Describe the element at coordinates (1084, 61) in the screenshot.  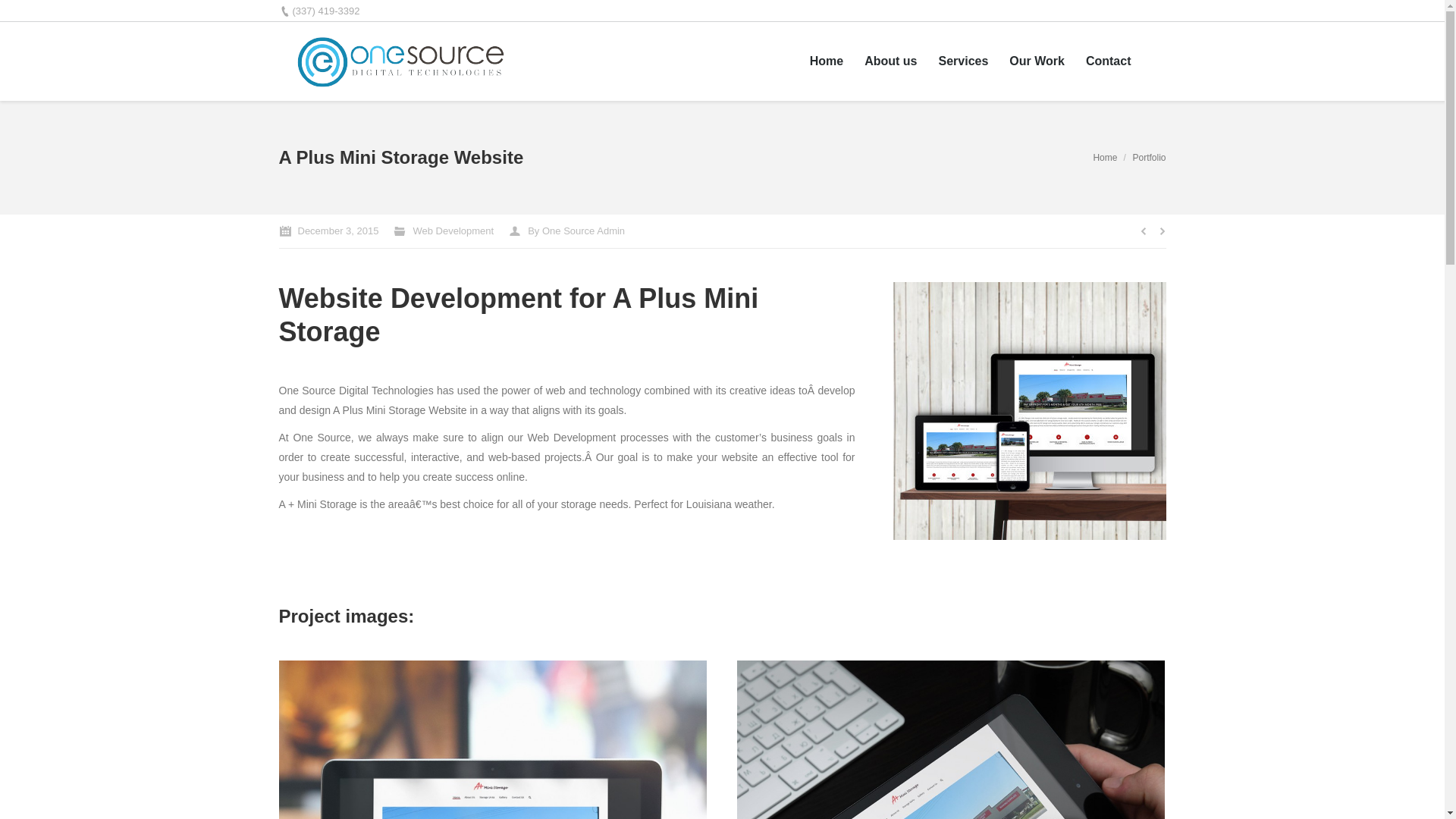
I see `'Contact'` at that location.